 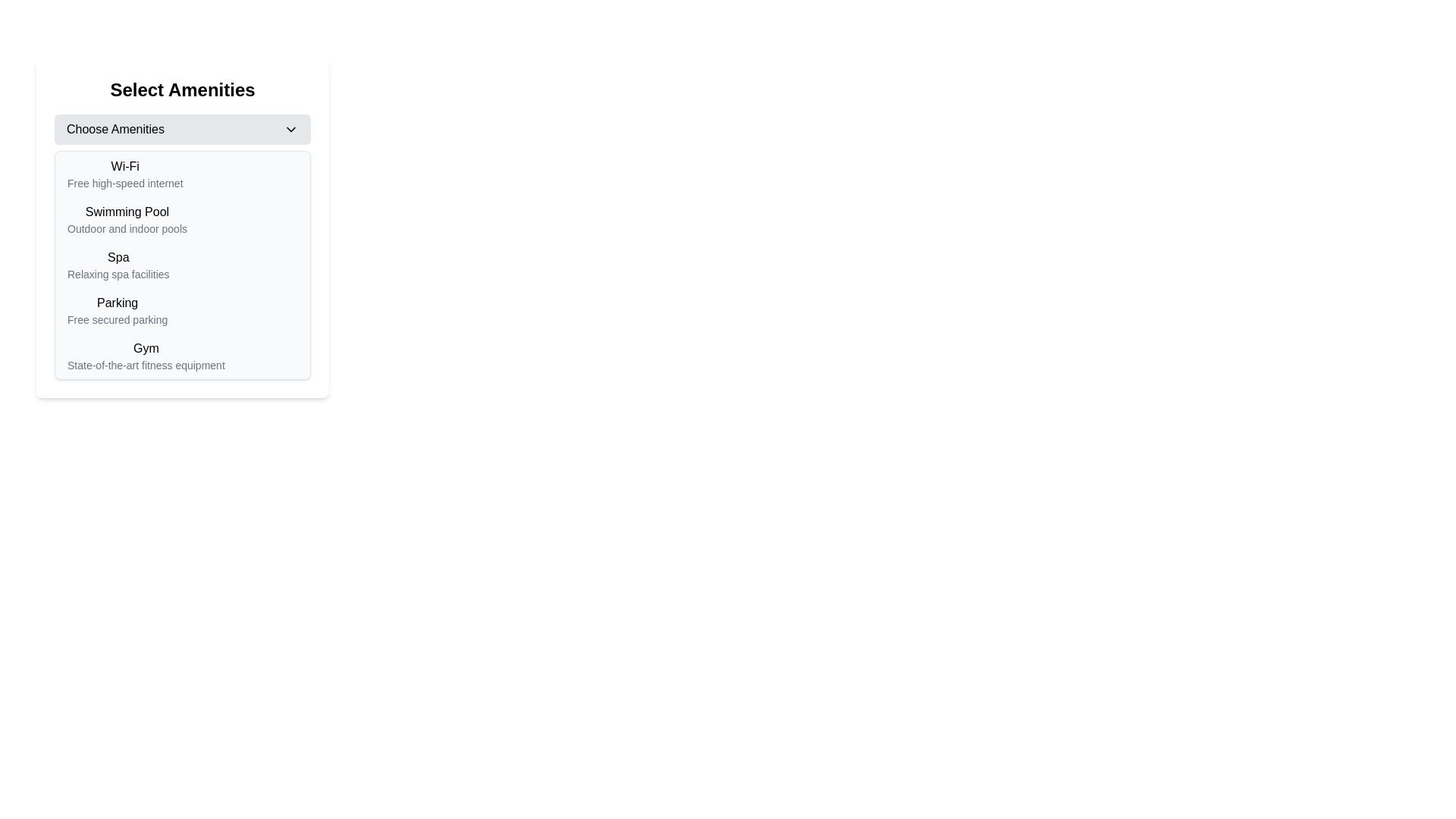 What do you see at coordinates (127, 228) in the screenshot?
I see `the text element that contains 'Outdoor and indoor pools', styled in small gray text, positioned below the title 'Swimming Pool'` at bounding box center [127, 228].